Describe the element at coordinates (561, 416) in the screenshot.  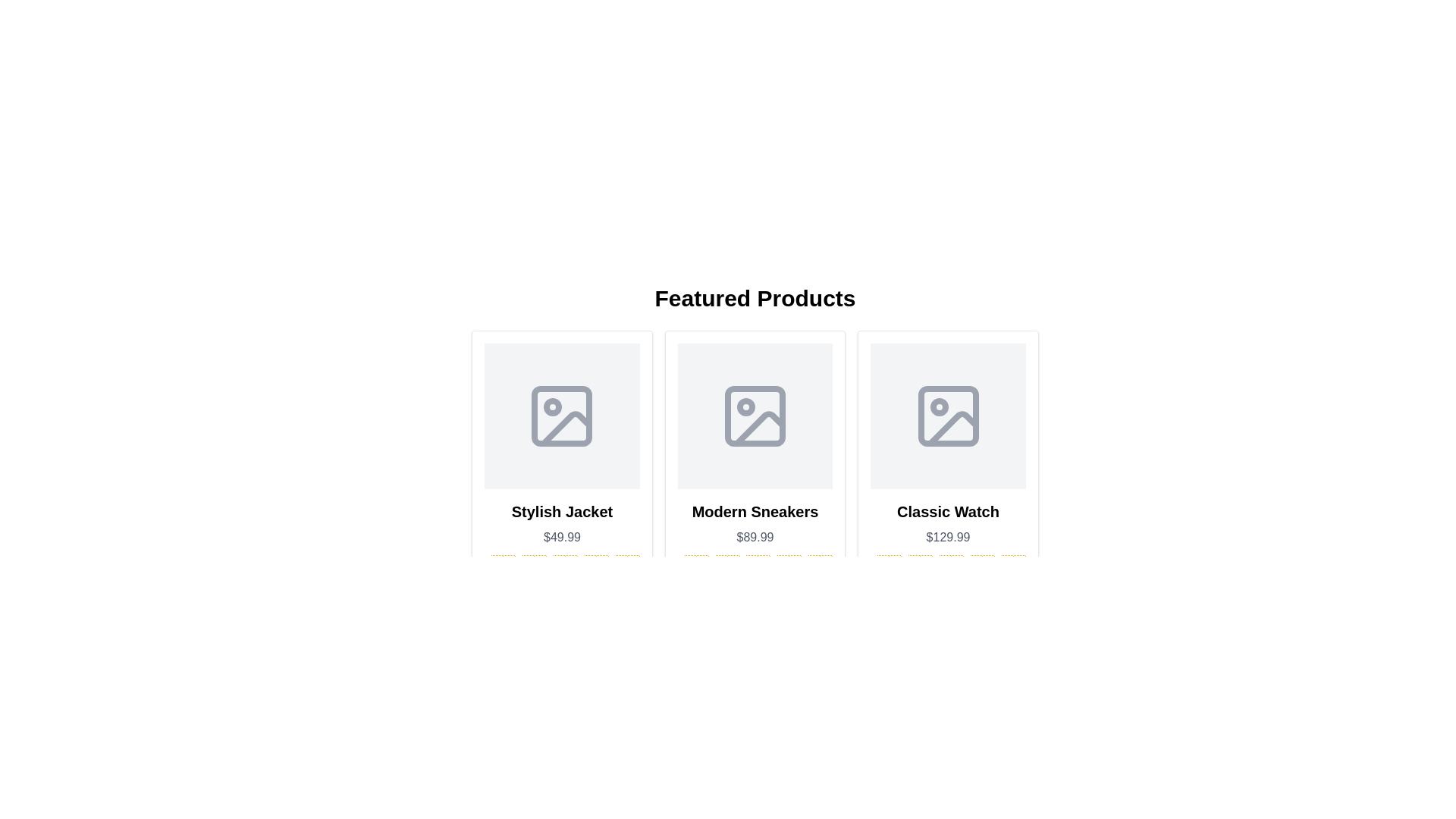
I see `the graphical rectangle with rounded corners located at the top-left corner of the 'Stylish Jacket' card under the 'Featured Products' header` at that location.